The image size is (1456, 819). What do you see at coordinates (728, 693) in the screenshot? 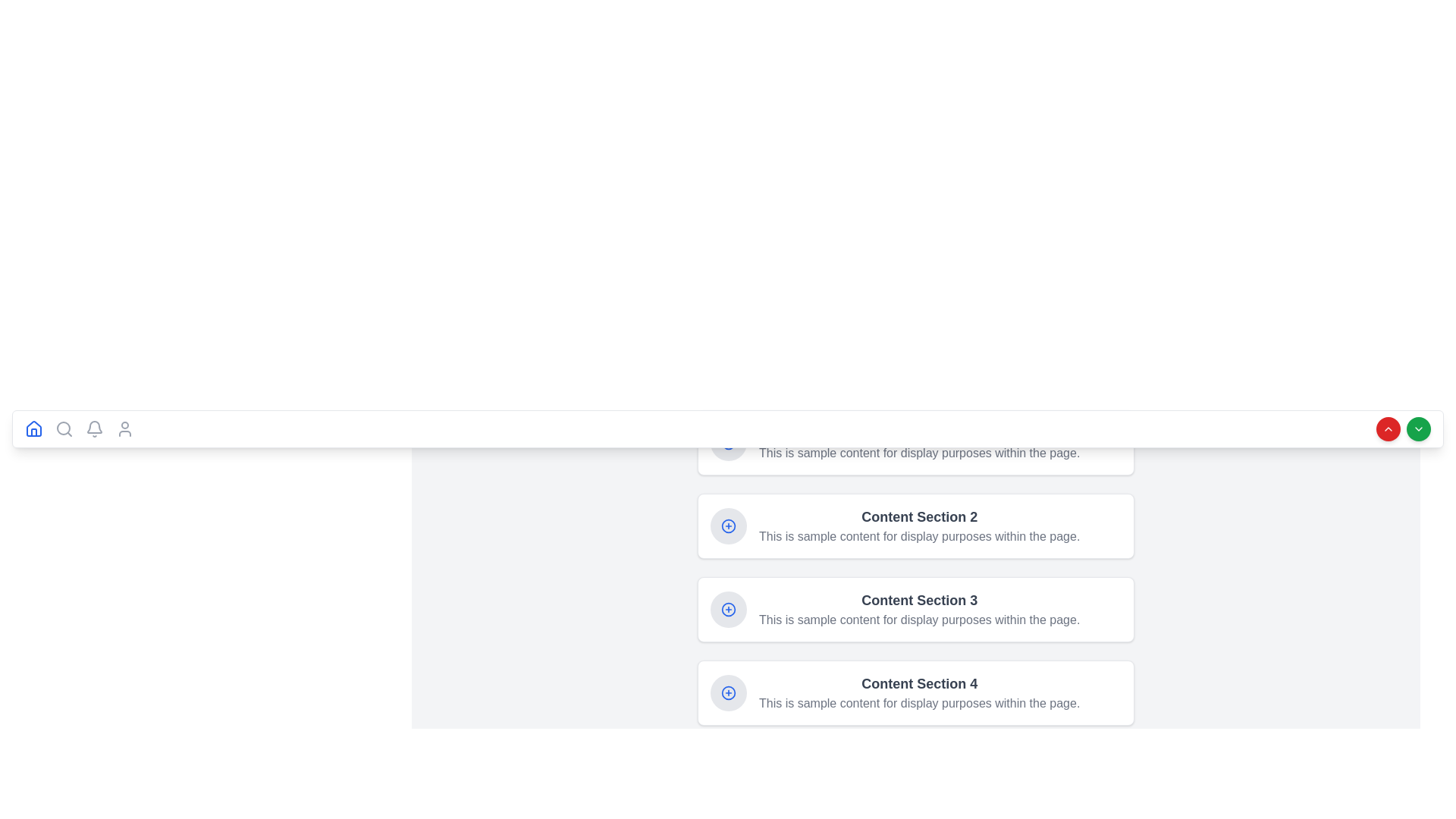
I see `the 'Add' or 'Expand' SVG icon button located in the left side of the row labeled 'Content Section 4'` at bounding box center [728, 693].